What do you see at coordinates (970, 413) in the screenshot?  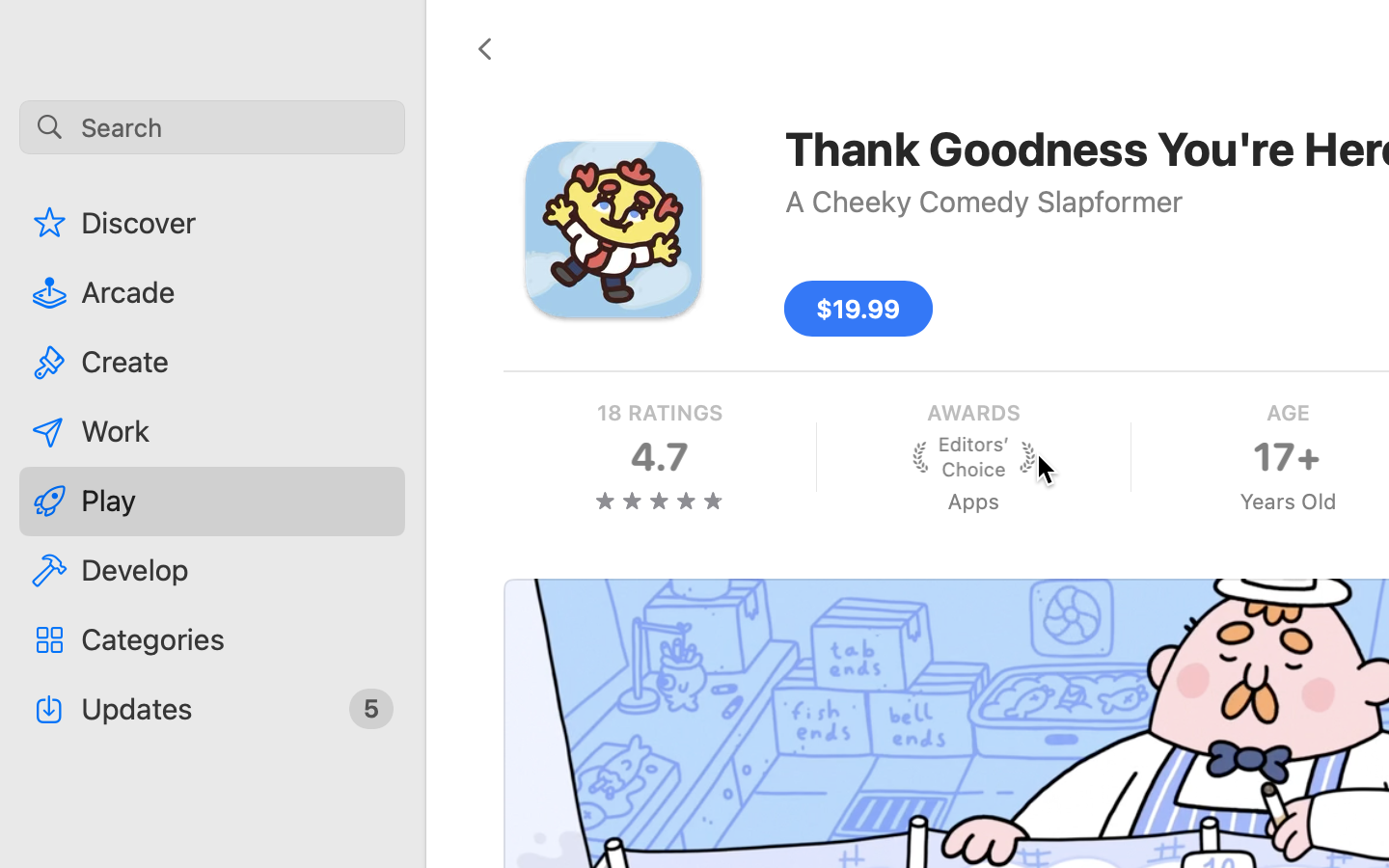 I see `'AWARDS'` at bounding box center [970, 413].